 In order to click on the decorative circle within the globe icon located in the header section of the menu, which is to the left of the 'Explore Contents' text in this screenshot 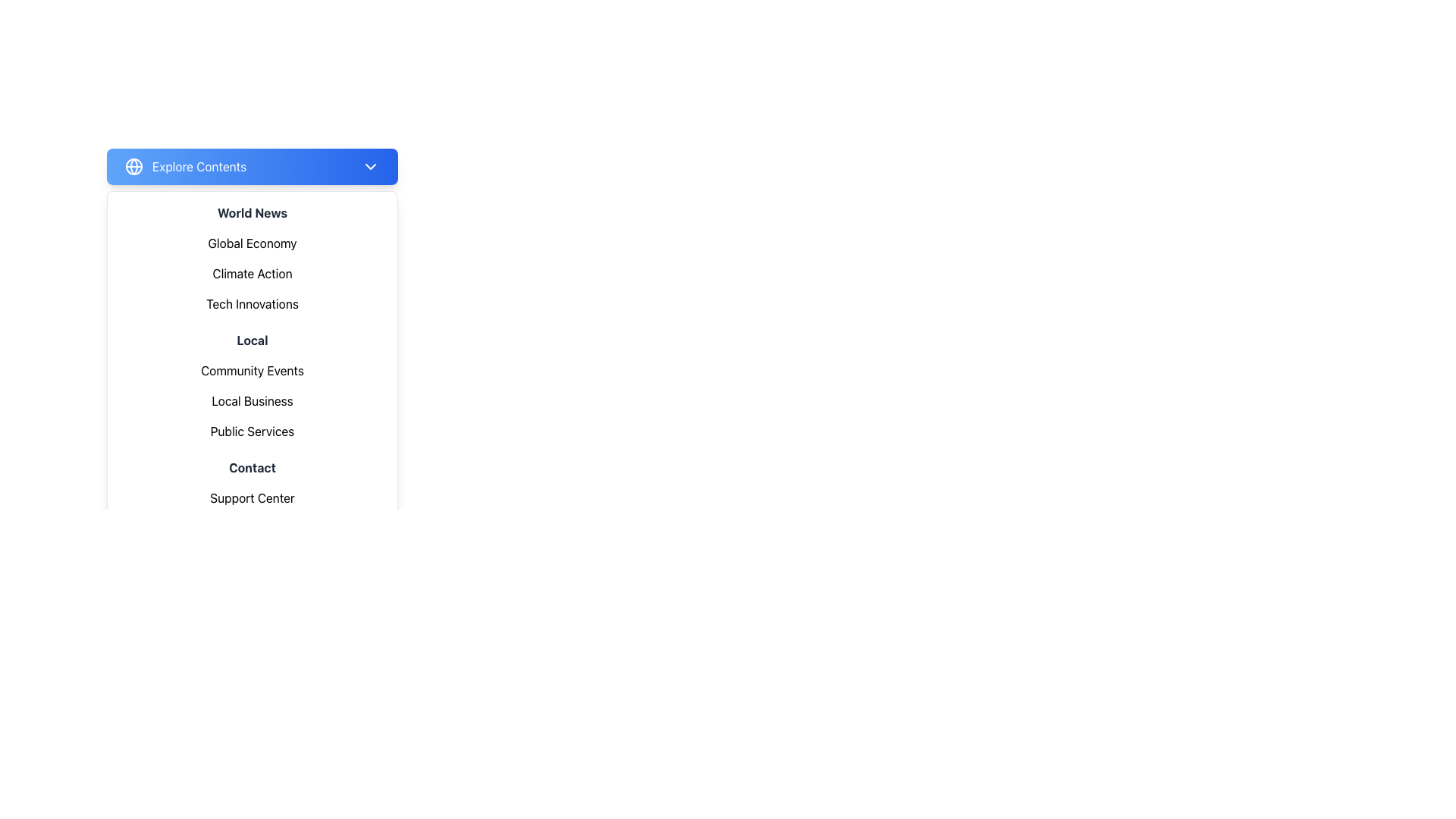, I will do `click(134, 166)`.